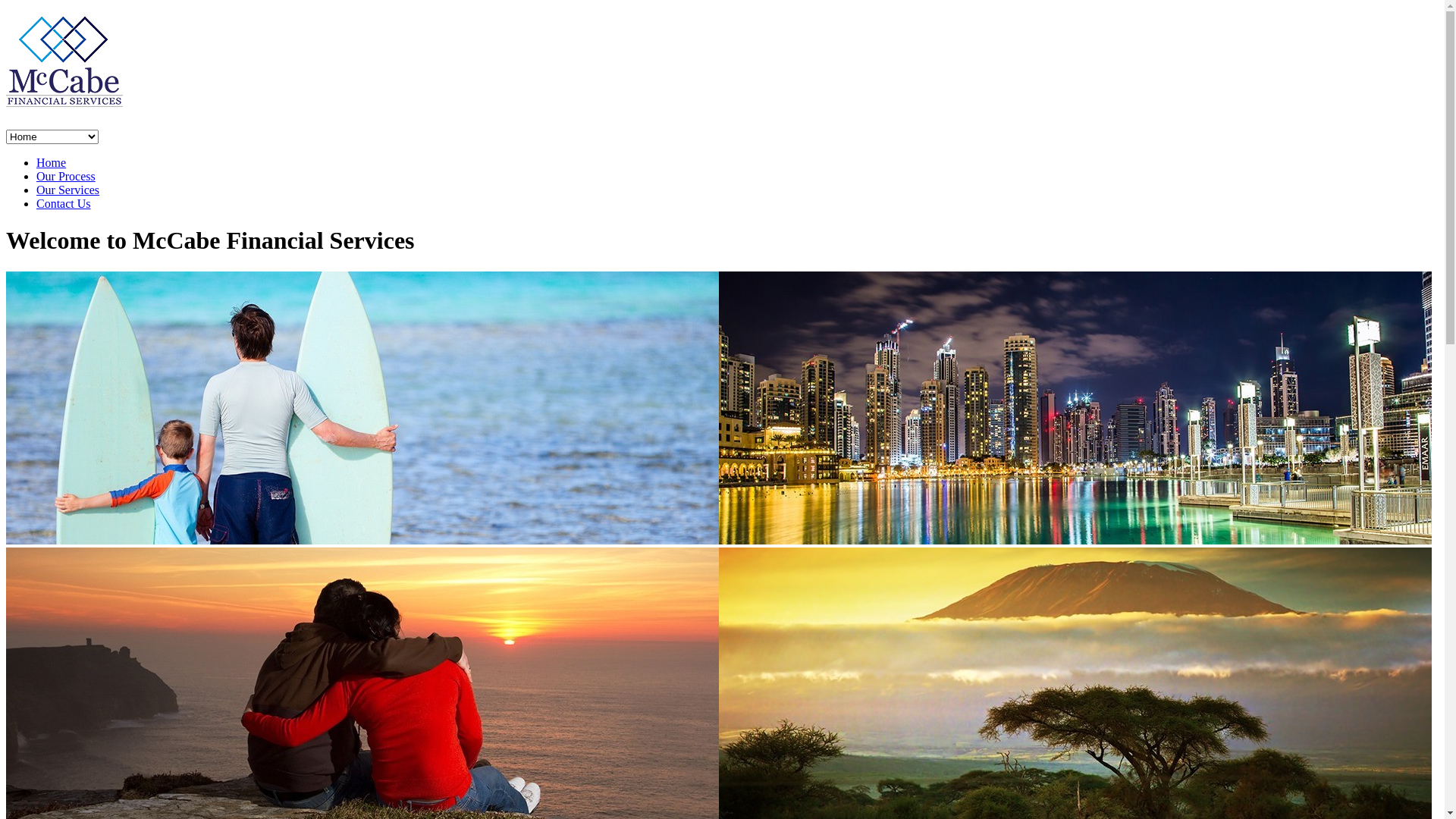  I want to click on 'Our Process', so click(64, 175).